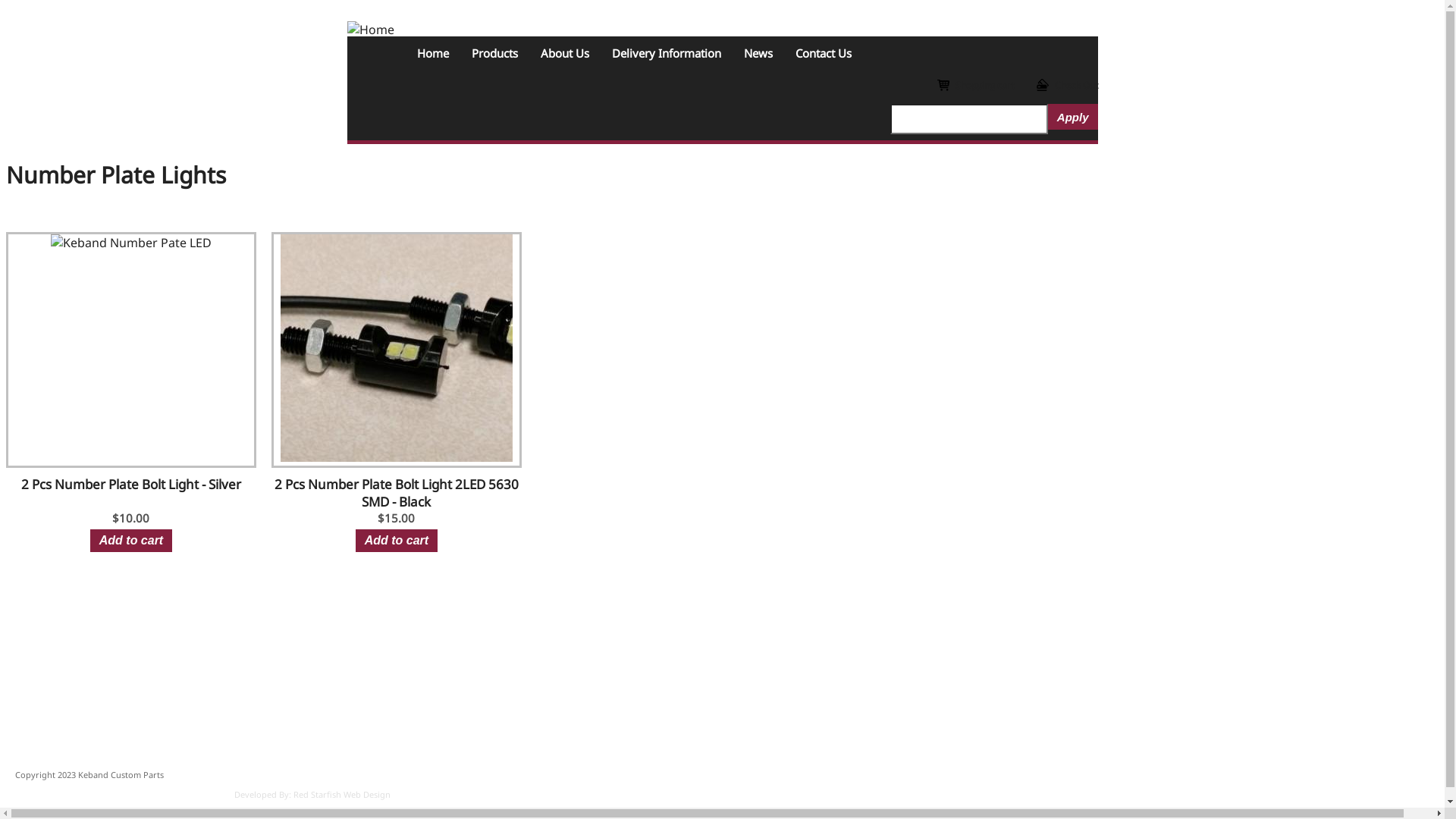 This screenshot has width=1456, height=819. Describe the element at coordinates (6, 6) in the screenshot. I see `'Skip to main content'` at that location.